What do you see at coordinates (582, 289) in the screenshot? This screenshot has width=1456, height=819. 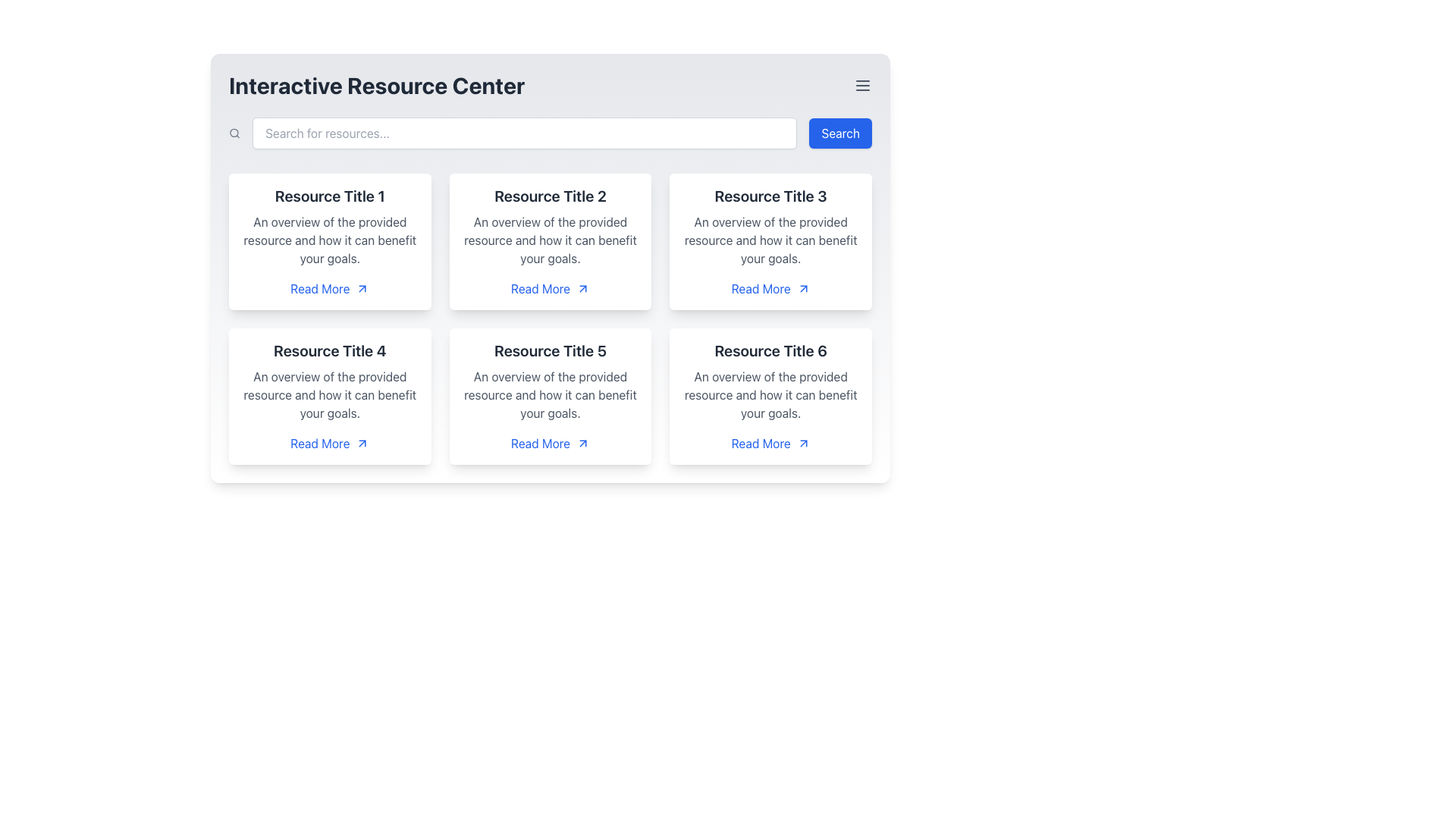 I see `the visual indicator icon located in the second column of the first row, which accompanies the 'Read More' link` at bounding box center [582, 289].